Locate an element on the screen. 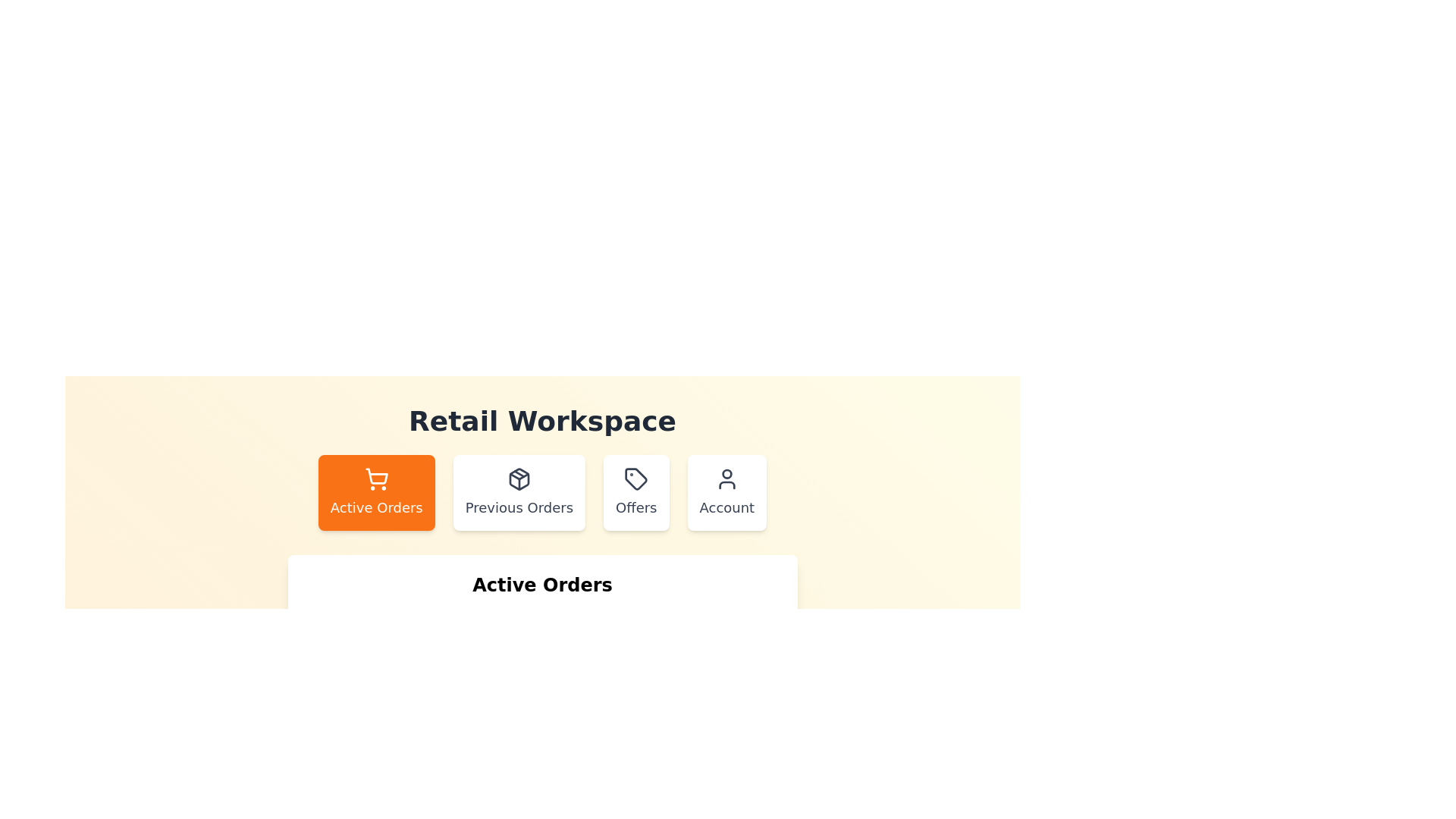  the Previous Orders tab to observe its visual change is located at coordinates (519, 493).